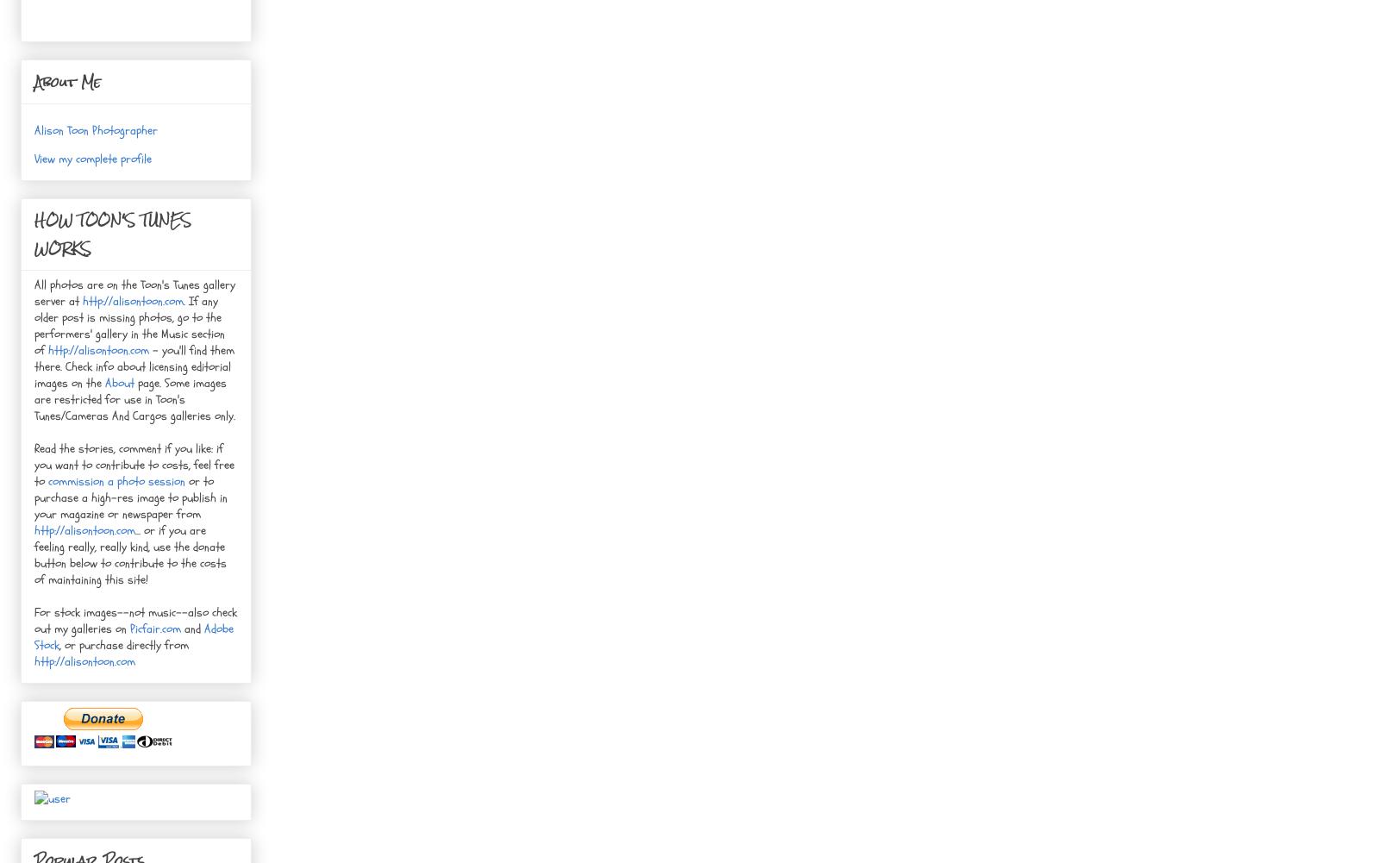  I want to click on 'Read the stories, comment if you like: if you want to contribute to costs, feel free to', so click(134, 464).